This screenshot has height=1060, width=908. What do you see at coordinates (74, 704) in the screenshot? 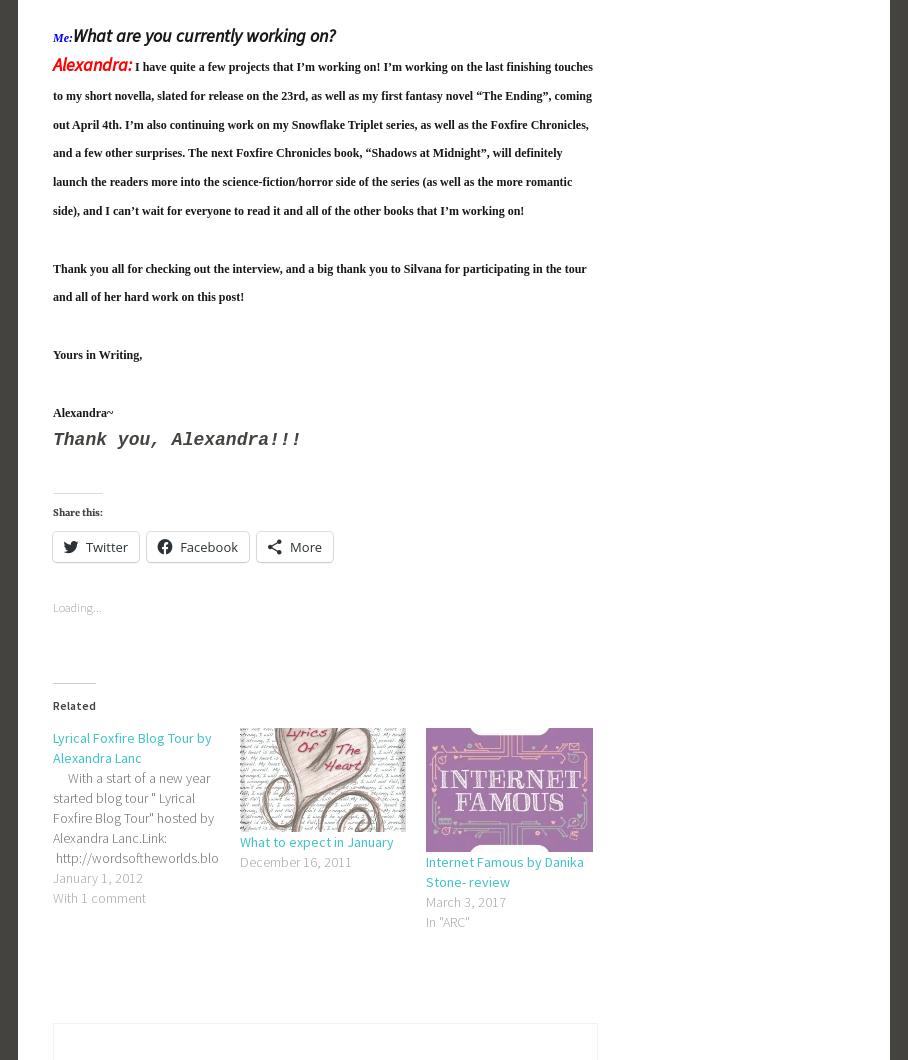
I see `'Related'` at bounding box center [74, 704].